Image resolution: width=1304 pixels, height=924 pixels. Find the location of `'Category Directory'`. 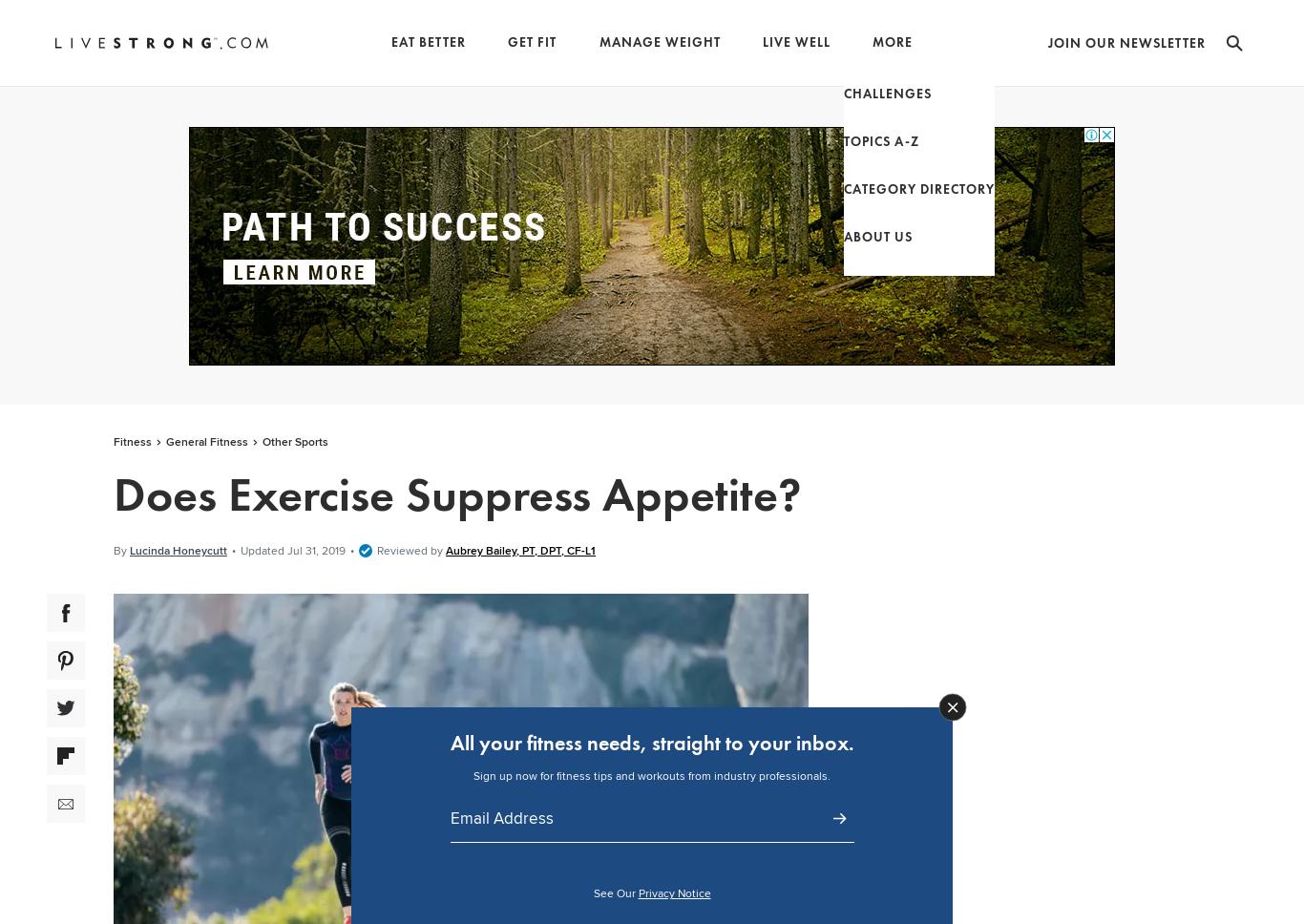

'Category Directory' is located at coordinates (872, 179).